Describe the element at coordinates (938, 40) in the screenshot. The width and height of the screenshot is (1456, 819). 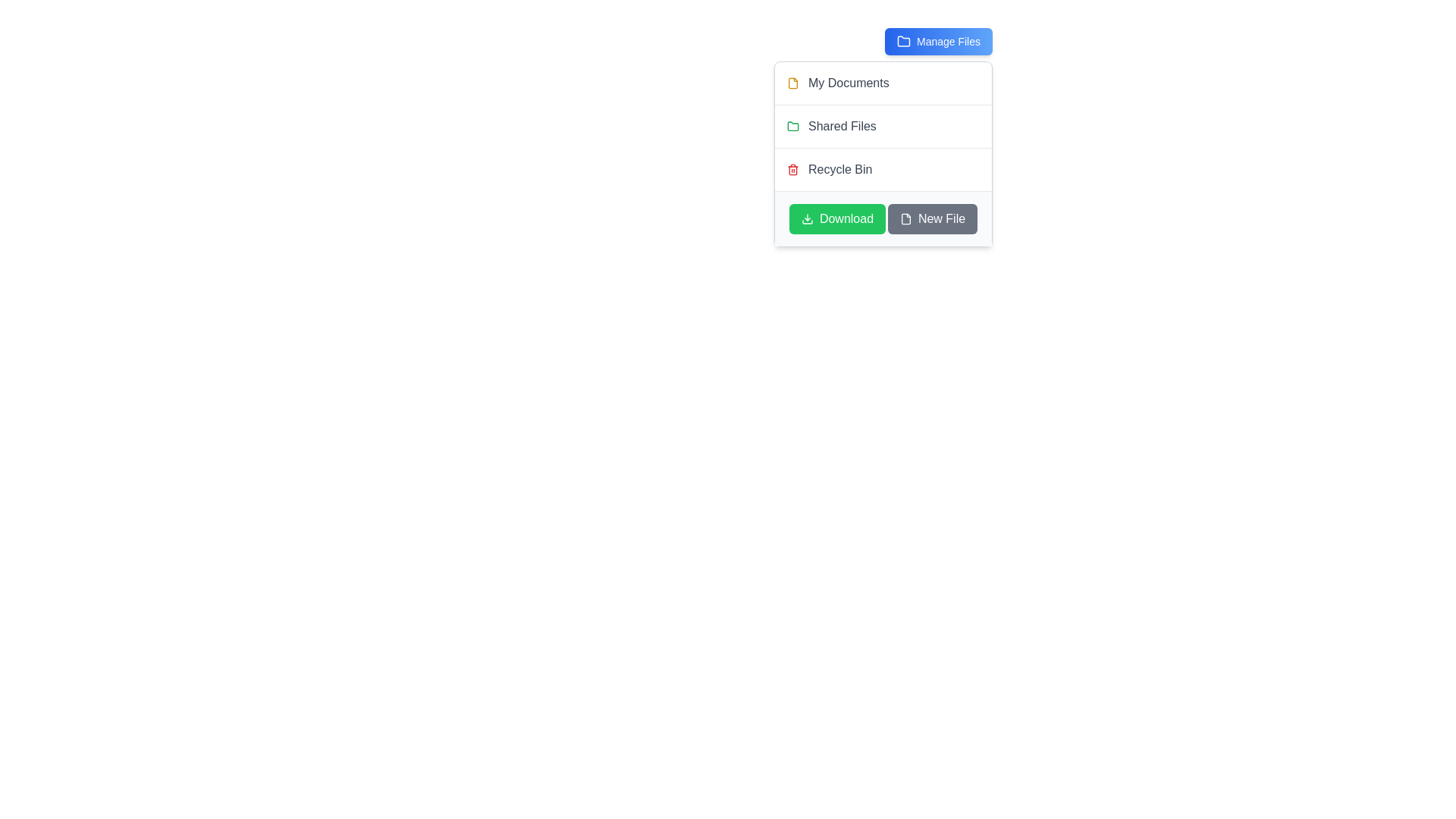
I see `the blue button labeled 'Manage Files' with a folder icon` at that location.